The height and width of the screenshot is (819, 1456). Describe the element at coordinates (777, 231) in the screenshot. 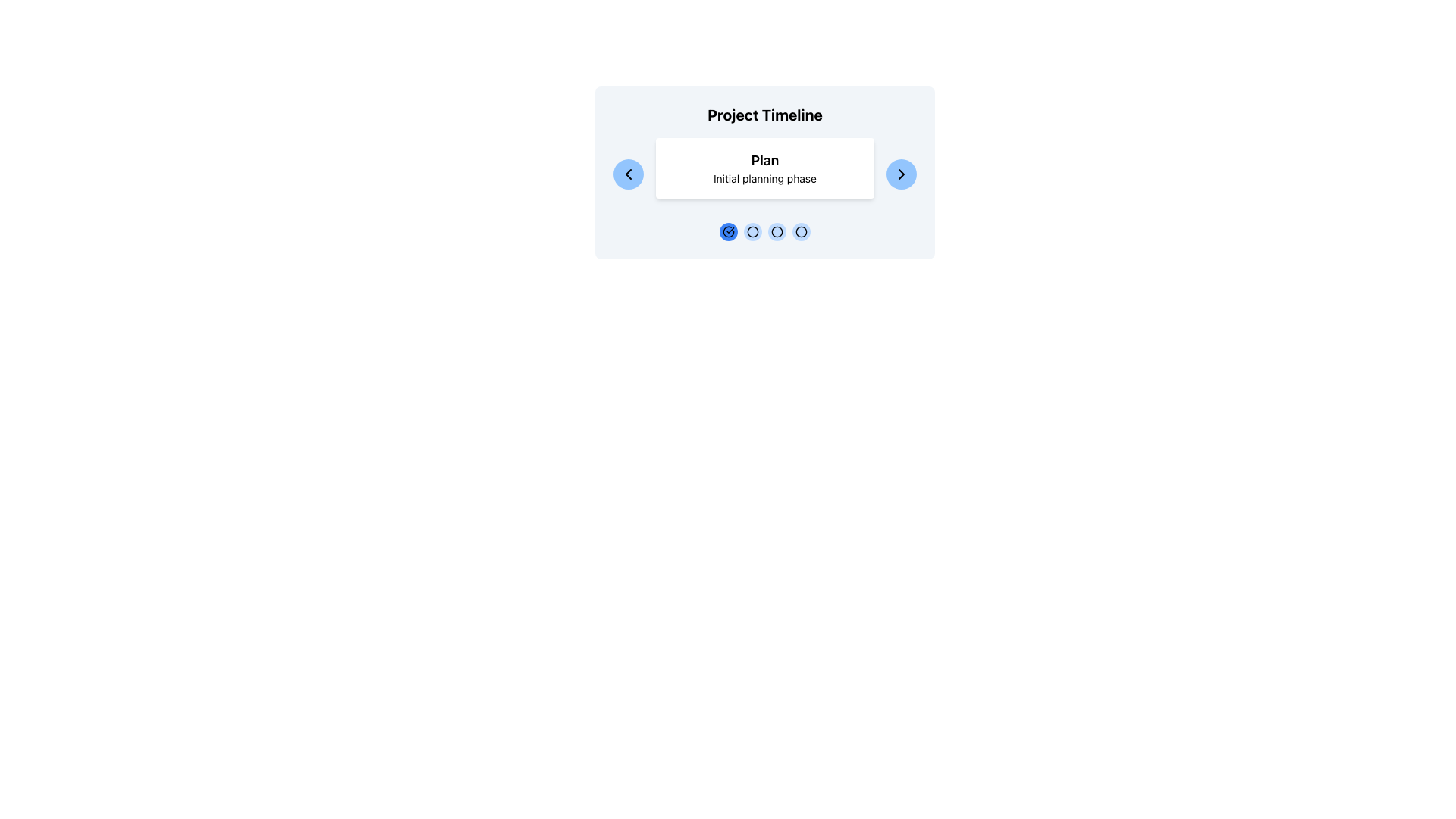

I see `the third circular button in the row of navigational icons located at the bottom area of the layout, directly below the 'Plan' card` at that location.